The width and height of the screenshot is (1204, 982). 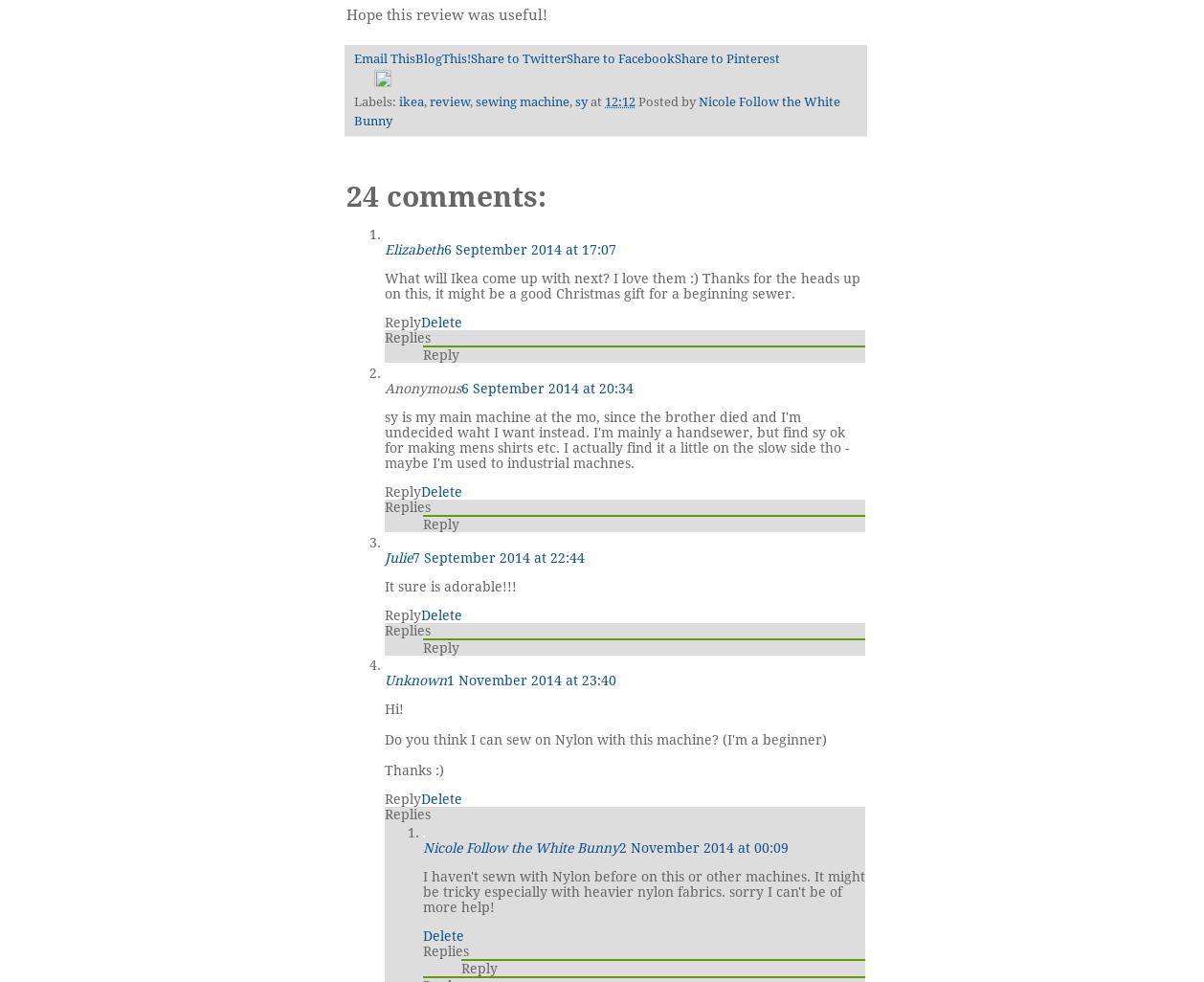 What do you see at coordinates (384, 738) in the screenshot?
I see `'Do you think I can sew on Nylon with this machine? (I'm a beginner)'` at bounding box center [384, 738].